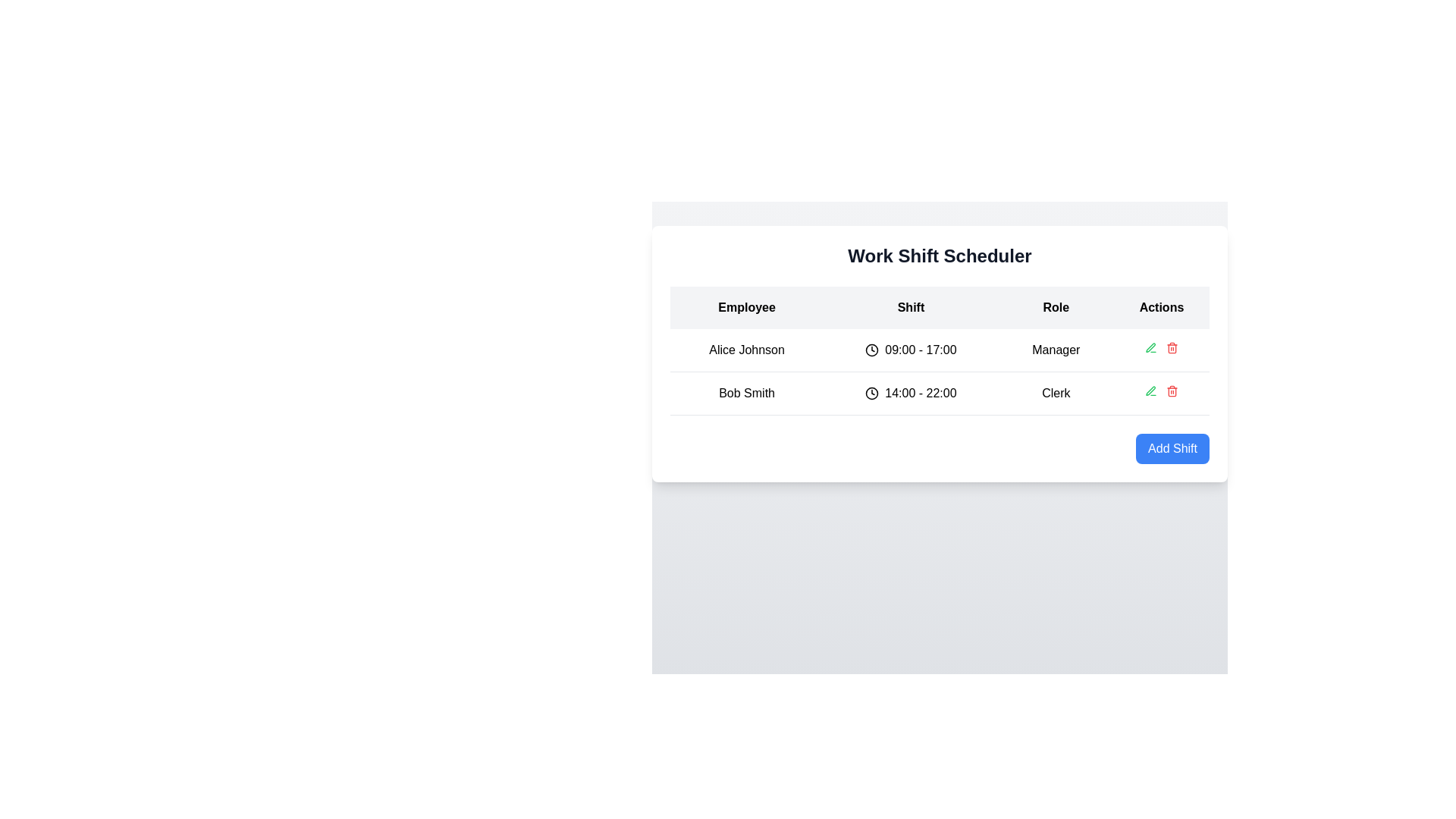  Describe the element at coordinates (939, 350) in the screenshot. I see `individual cells or icons in the table that displays work shifts for employees, located below the 'Work Shift Scheduler' title` at that location.